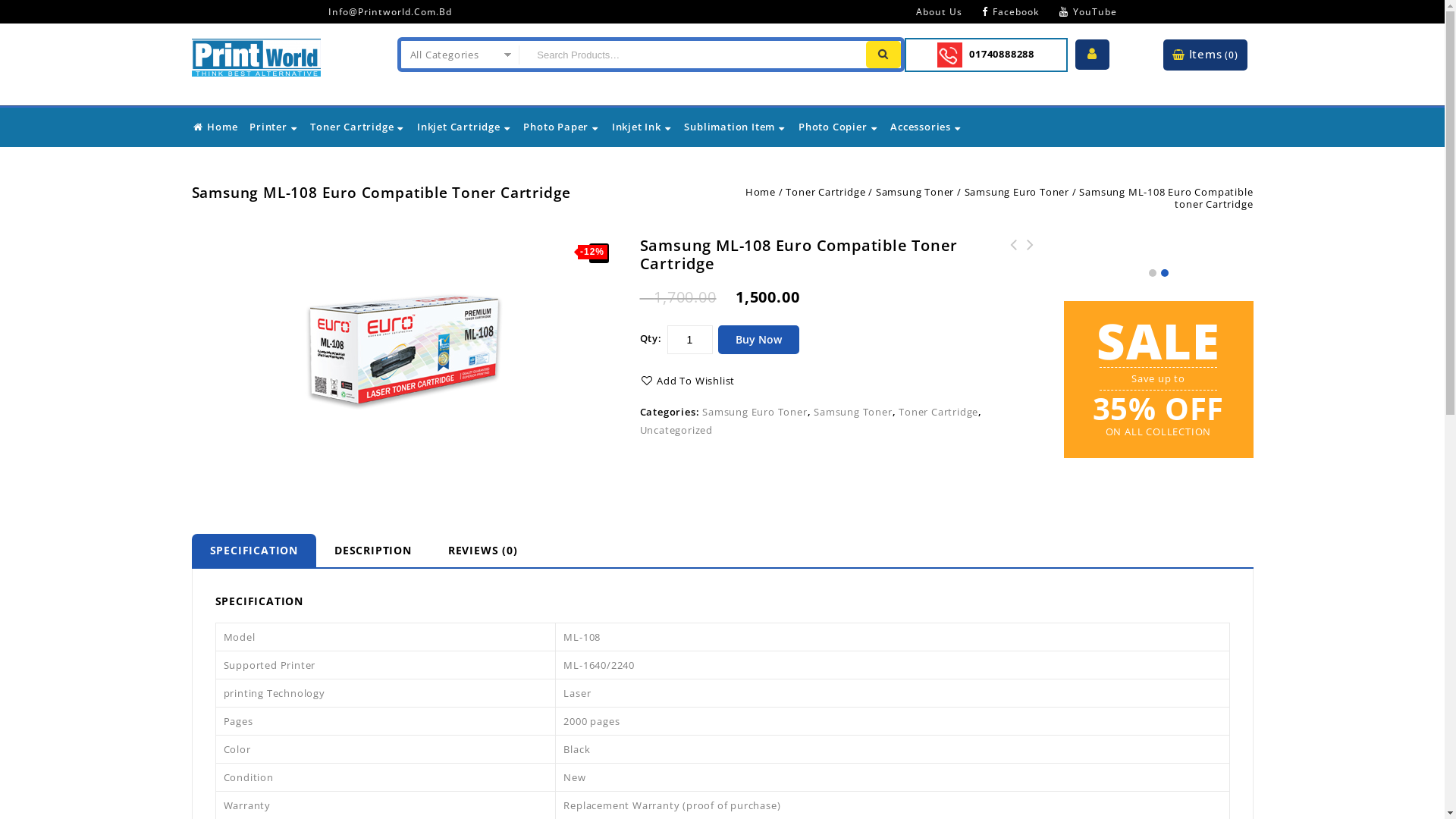  What do you see at coordinates (560, 125) in the screenshot?
I see `'Photo Paper'` at bounding box center [560, 125].